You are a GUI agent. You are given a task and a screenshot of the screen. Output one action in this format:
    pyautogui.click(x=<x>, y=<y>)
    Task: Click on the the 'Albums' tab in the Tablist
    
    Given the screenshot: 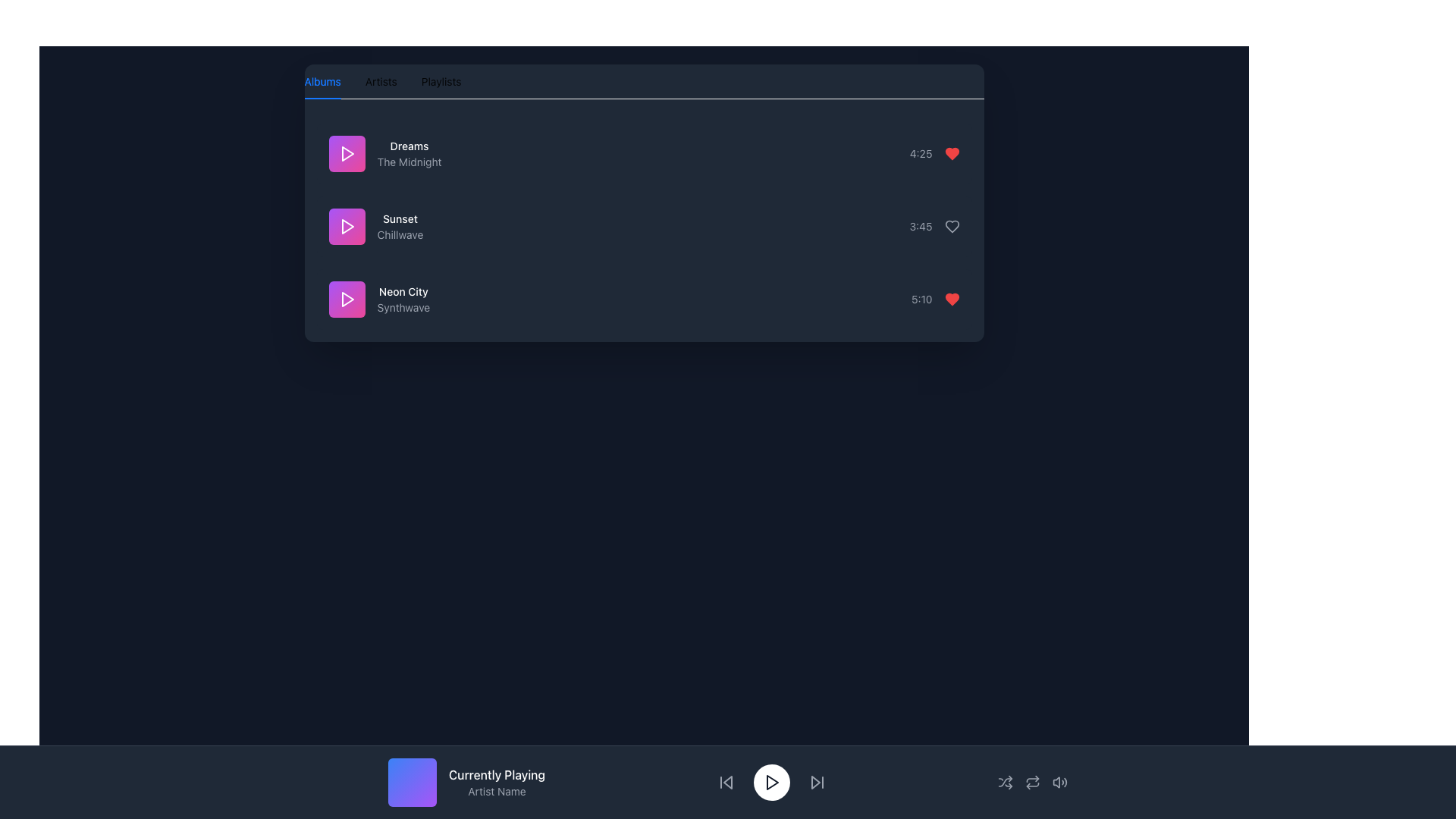 What is the action you would take?
    pyautogui.click(x=644, y=82)
    